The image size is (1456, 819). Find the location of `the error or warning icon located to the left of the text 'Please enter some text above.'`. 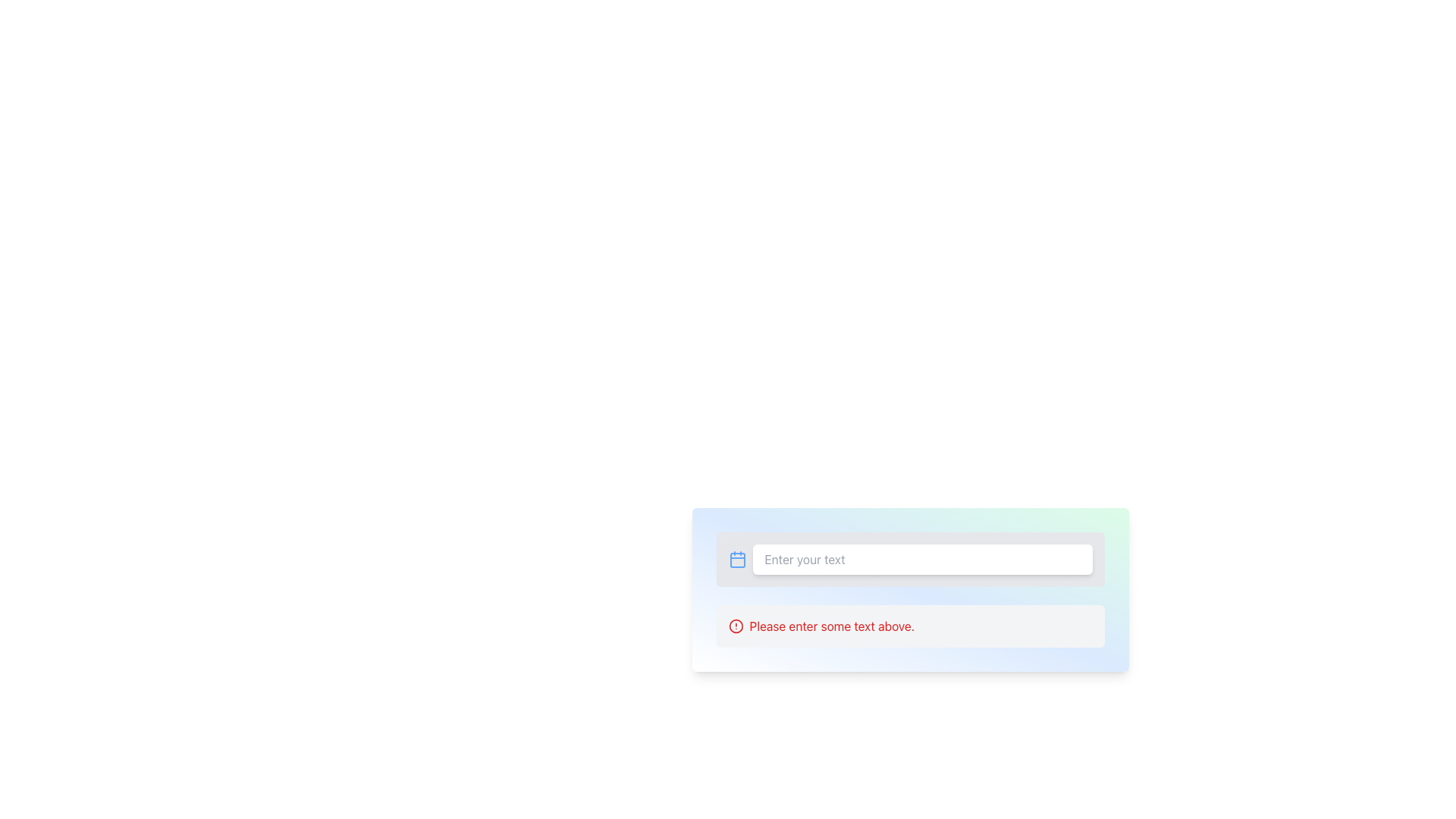

the error or warning icon located to the left of the text 'Please enter some text above.' is located at coordinates (736, 626).